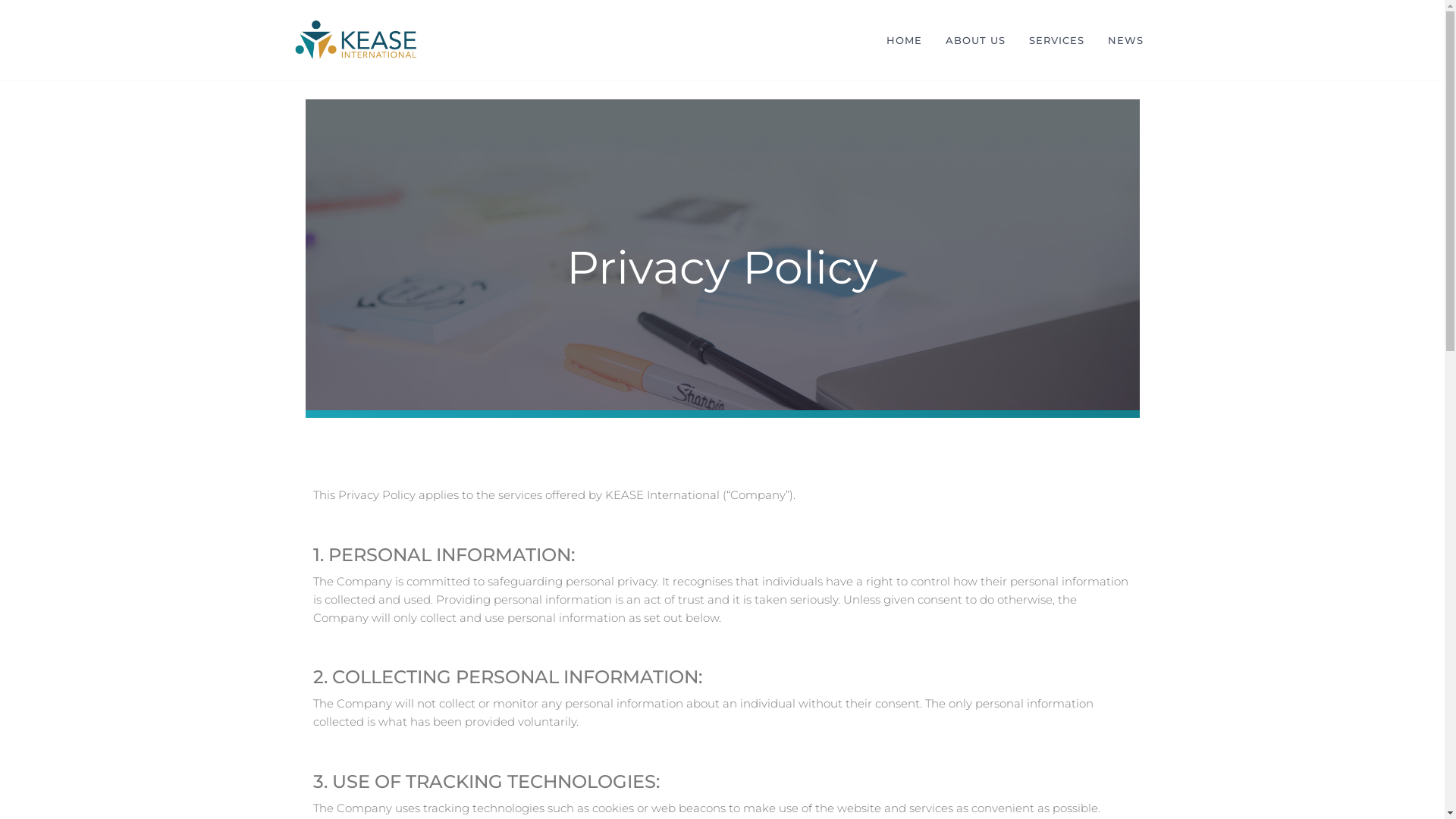 The width and height of the screenshot is (1456, 819). Describe the element at coordinates (874, 39) in the screenshot. I see `'HOME'` at that location.